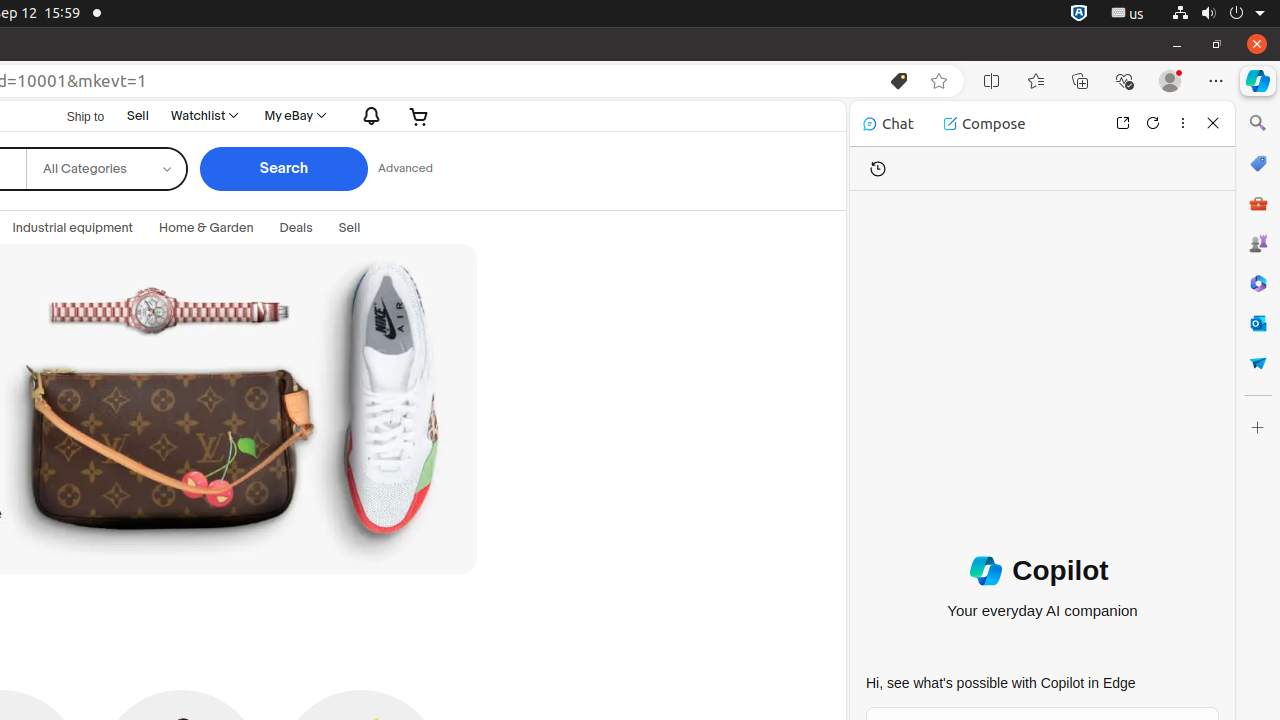 This screenshot has height=720, width=1280. Describe the element at coordinates (1256, 426) in the screenshot. I see `'Customize'` at that location.